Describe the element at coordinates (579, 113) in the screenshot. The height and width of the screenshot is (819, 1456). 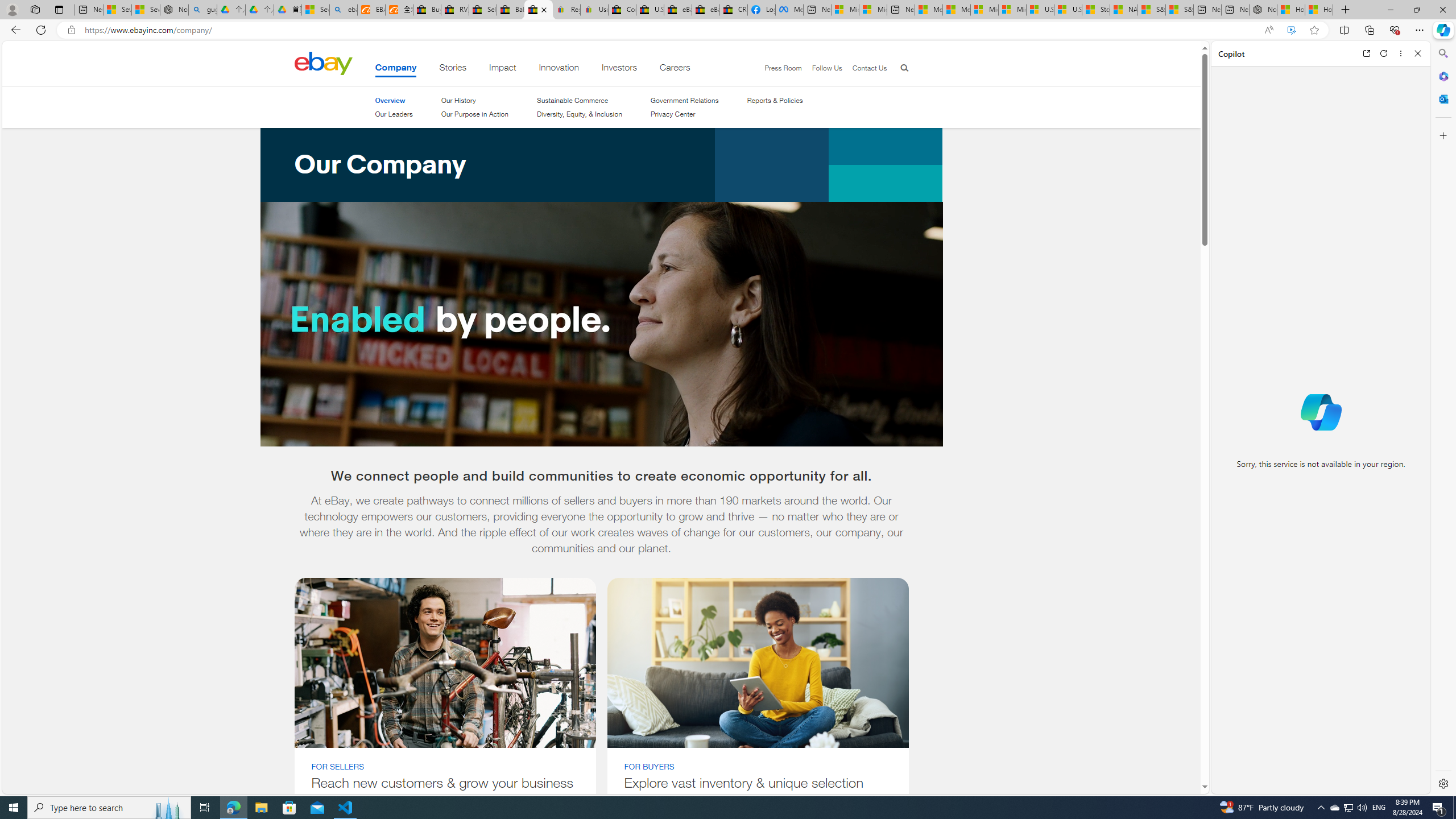
I see `'Diversity, Equity, & Inclusion'` at that location.